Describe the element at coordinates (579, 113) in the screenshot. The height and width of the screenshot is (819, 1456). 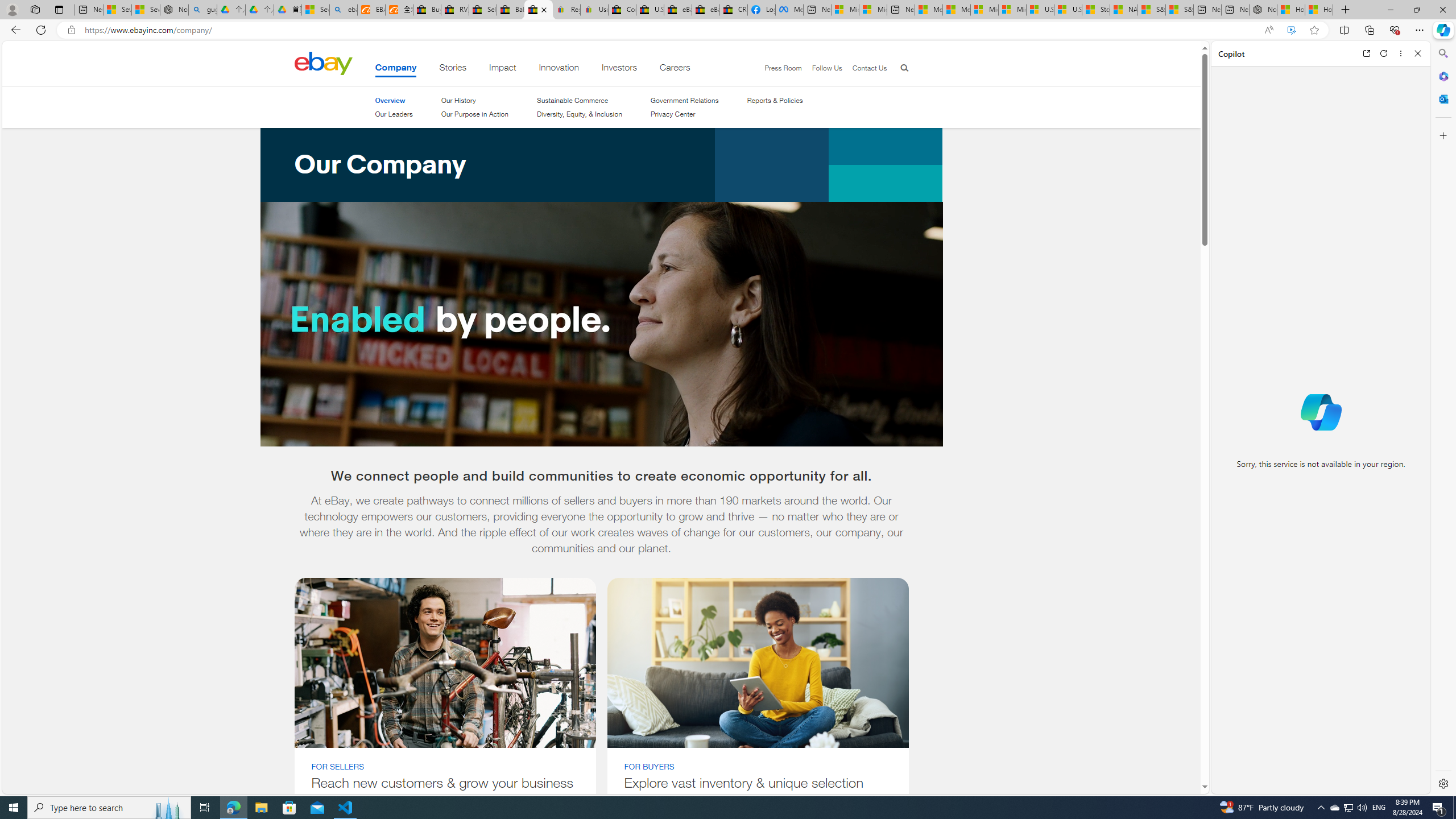
I see `'Diversity, Equity, & Inclusion'` at that location.